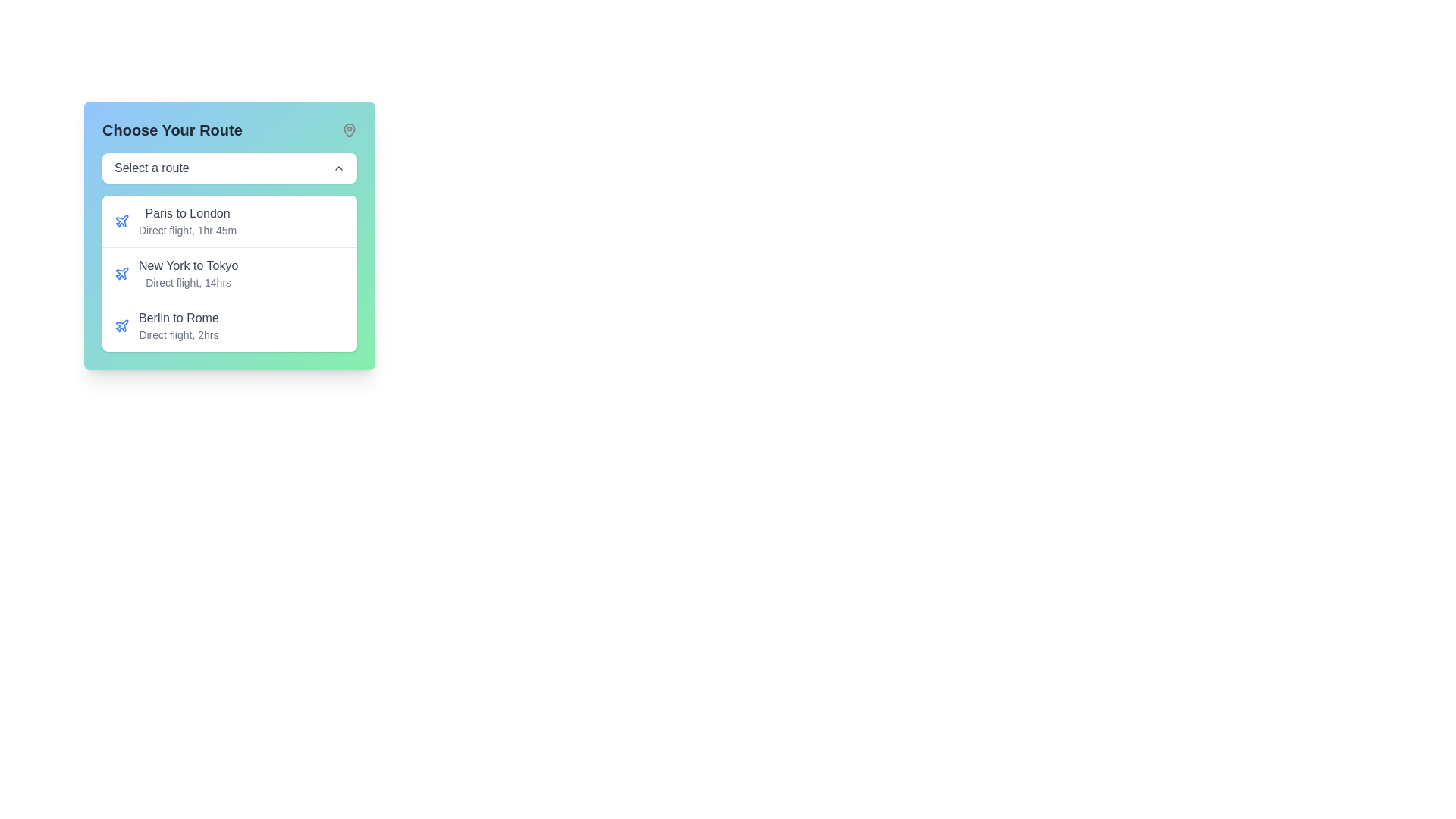  I want to click on the static text label that provides details about the flight from 'Berlin to Rome', located centrally beneath the main title text, so click(178, 334).